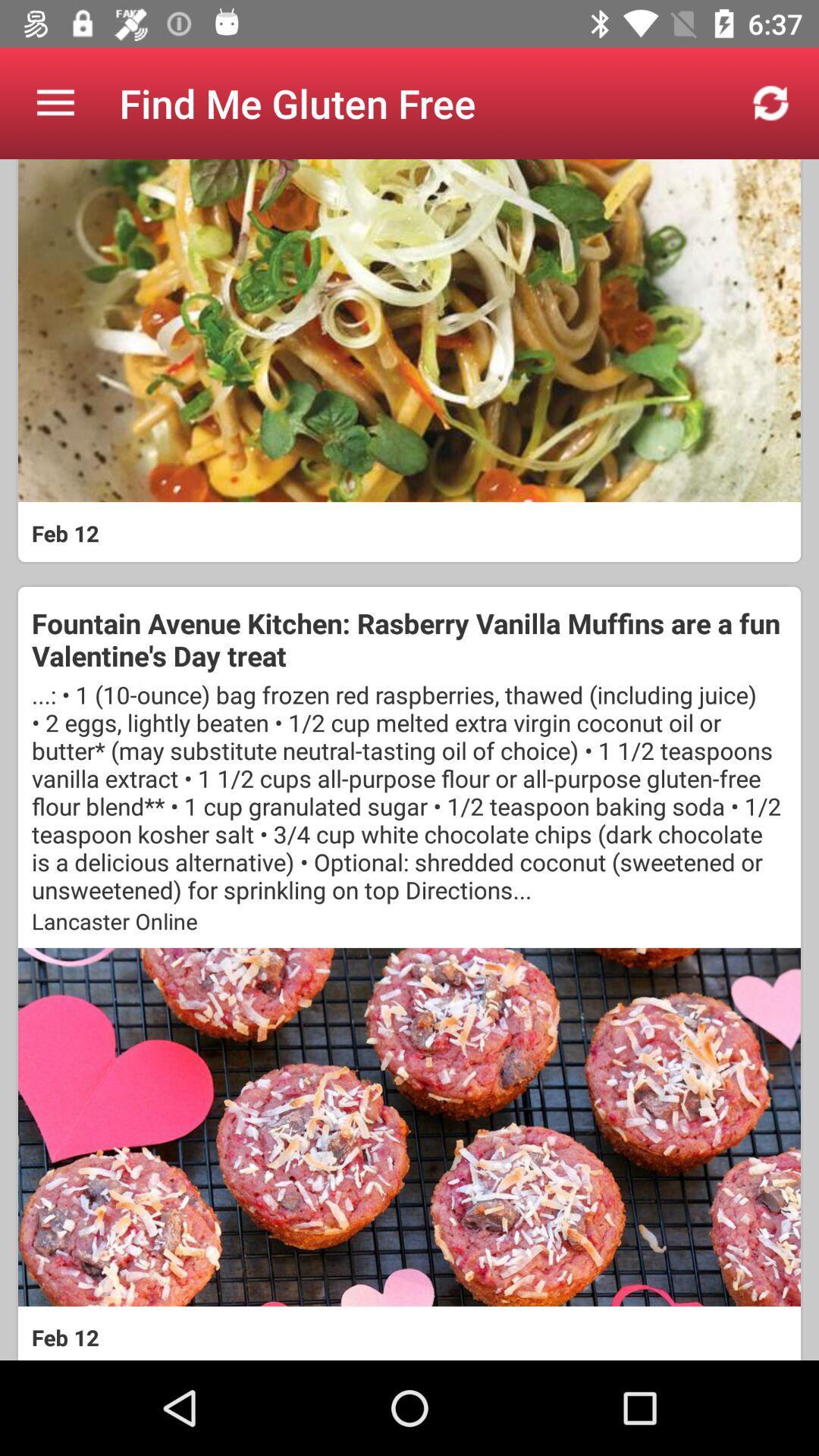  Describe the element at coordinates (409, 639) in the screenshot. I see `the fountain avenue kitchen item` at that location.